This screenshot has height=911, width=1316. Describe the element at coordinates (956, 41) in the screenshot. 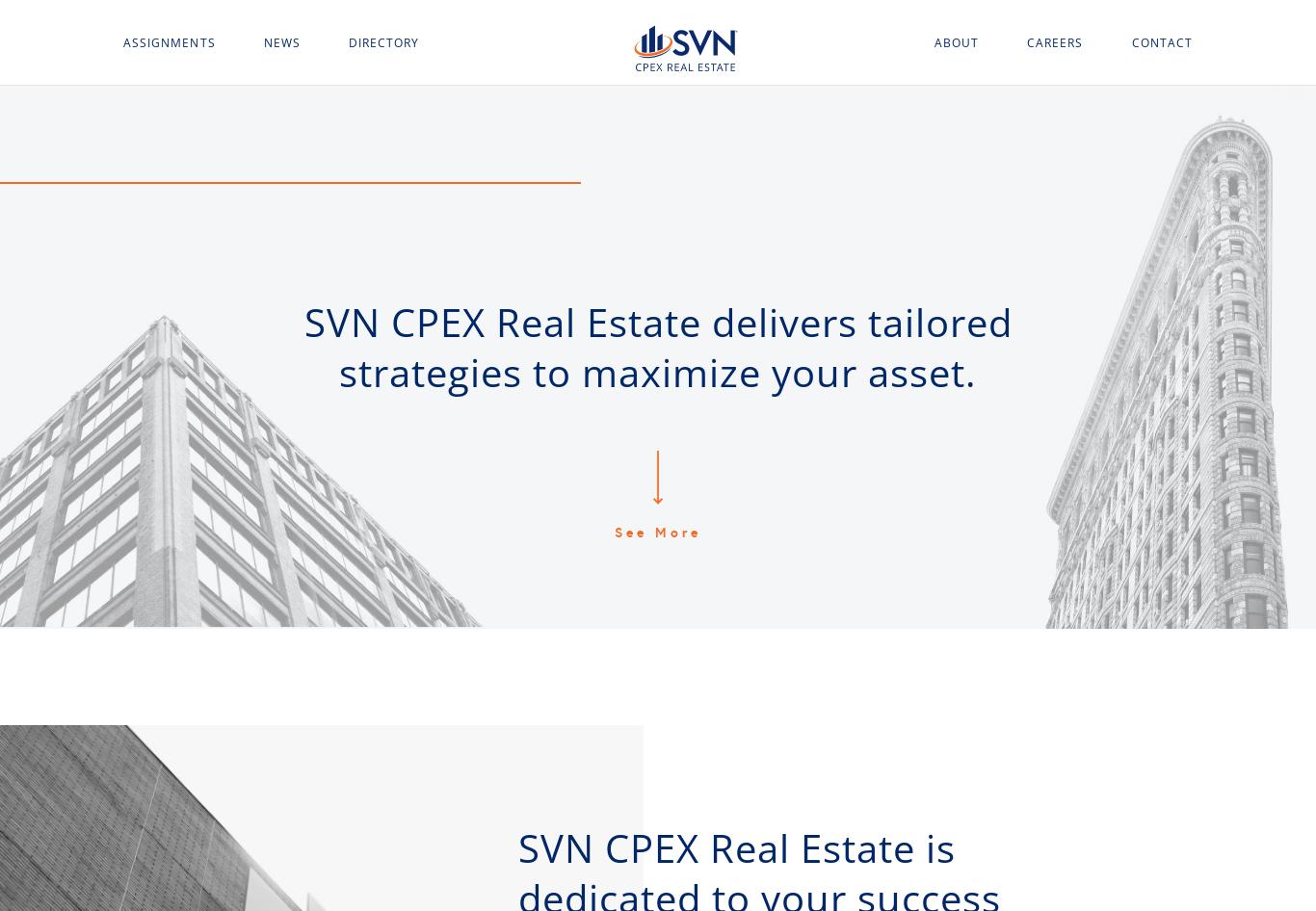

I see `'About'` at that location.